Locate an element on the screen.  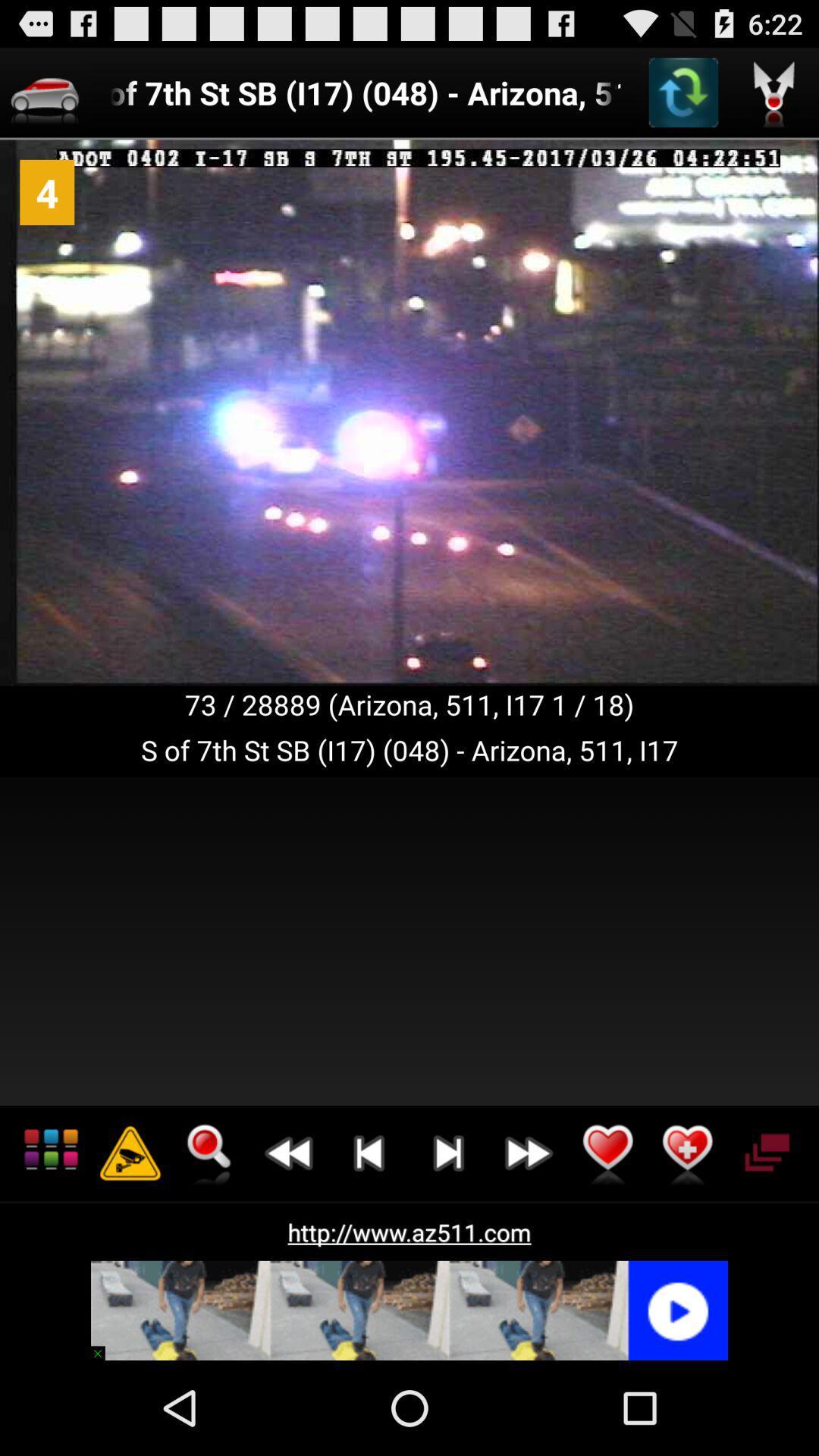
the favorite icon is located at coordinates (687, 1234).